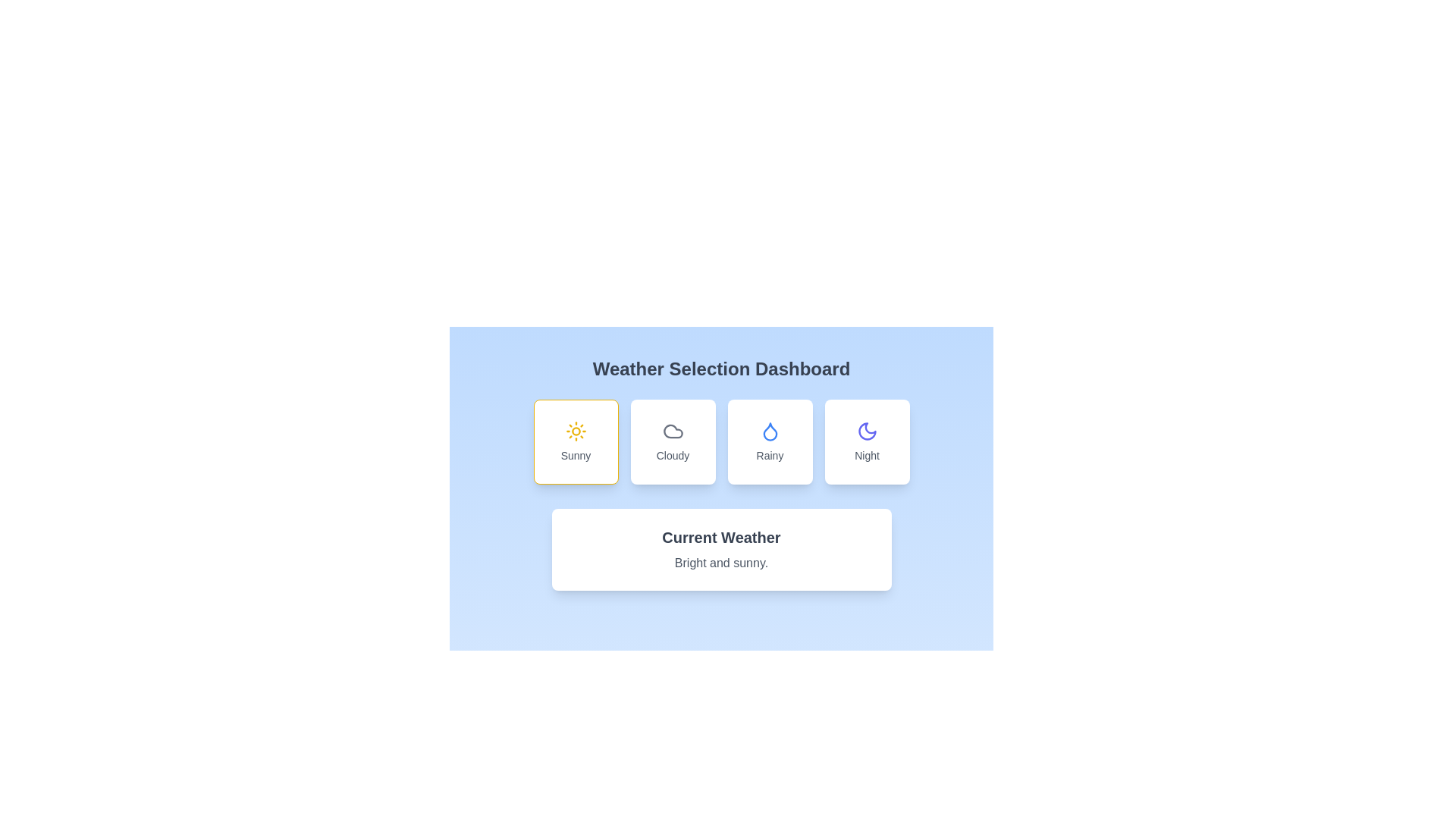 The image size is (1456, 819). Describe the element at coordinates (720, 563) in the screenshot. I see `the static text label that displays additional descriptive information about the current weather, located below the 'Current Weather' text in the dashboard card` at that location.